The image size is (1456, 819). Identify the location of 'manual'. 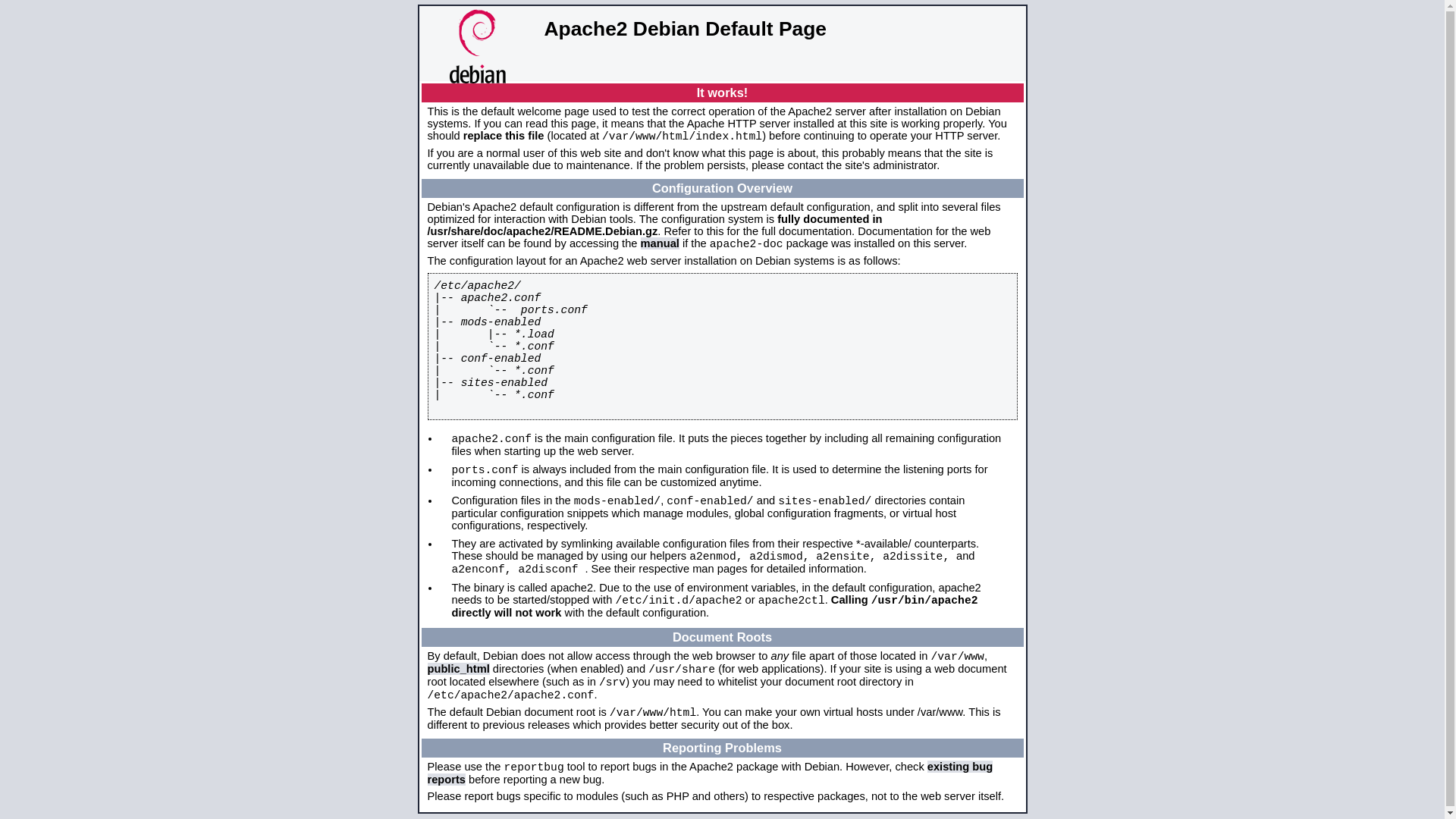
(660, 242).